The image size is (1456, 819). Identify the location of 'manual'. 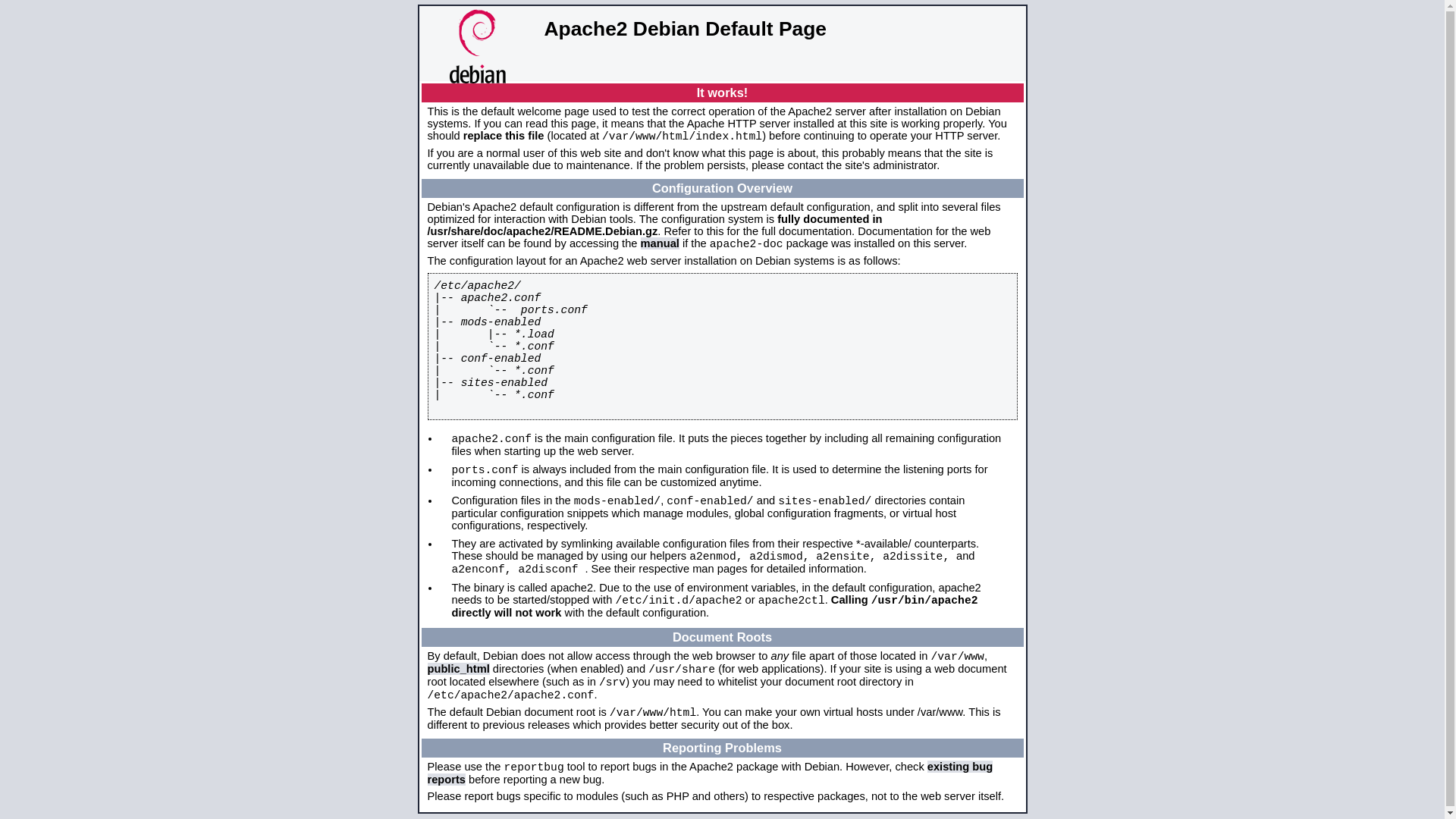
(660, 242).